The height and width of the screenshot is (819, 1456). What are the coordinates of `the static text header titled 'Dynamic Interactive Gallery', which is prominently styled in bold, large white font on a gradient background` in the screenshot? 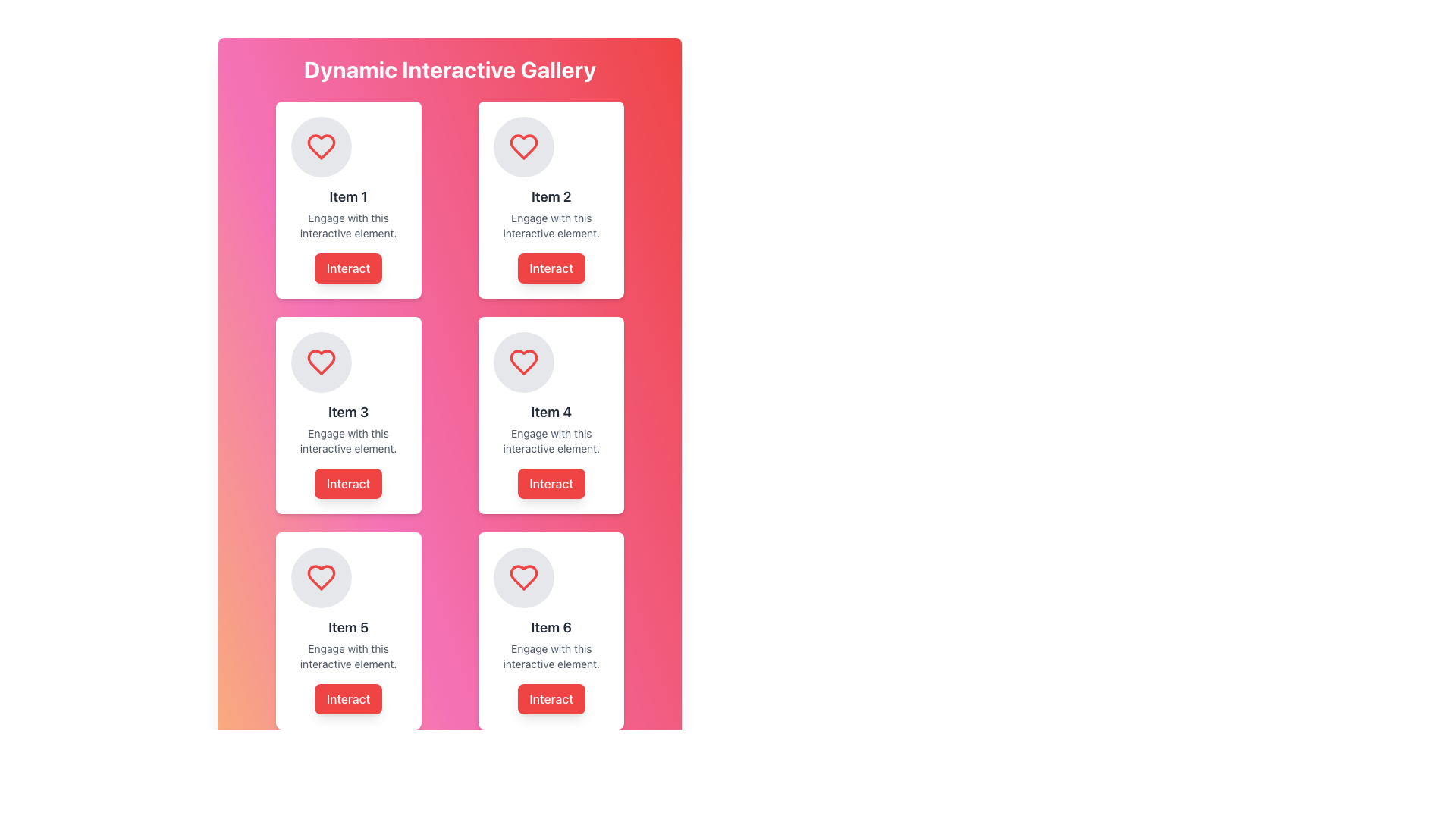 It's located at (449, 70).